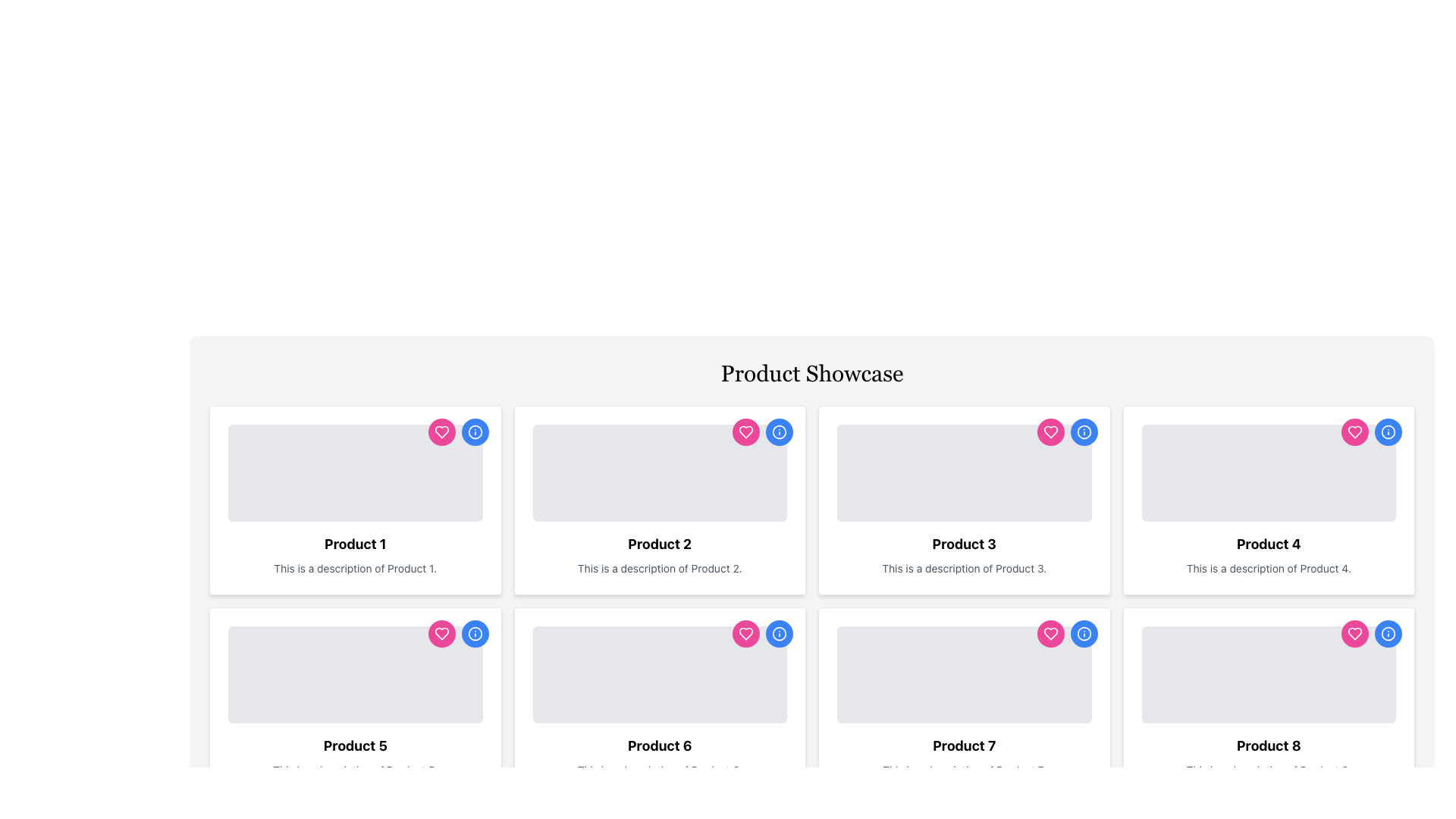 This screenshot has height=819, width=1456. What do you see at coordinates (1372, 432) in the screenshot?
I see `the blue info button, which is part of the grouped interactive buttons located in the top-right corner of the 'Product 4' card` at bounding box center [1372, 432].